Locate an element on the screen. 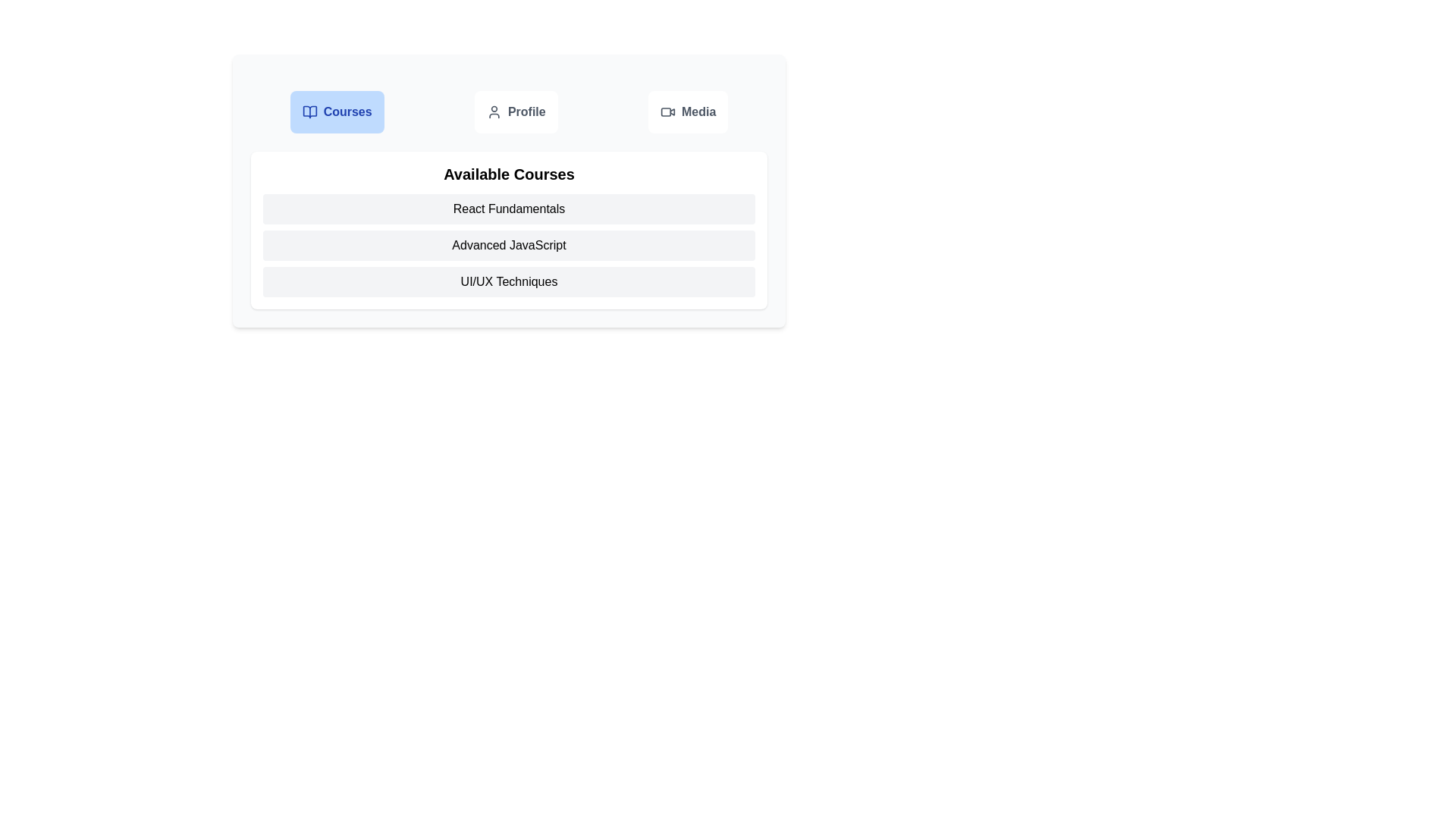 The width and height of the screenshot is (1456, 819). the 'Courses' icon located at the top left portion of the interface, which visually represents the functionality related to 'Courses' is located at coordinates (309, 111).